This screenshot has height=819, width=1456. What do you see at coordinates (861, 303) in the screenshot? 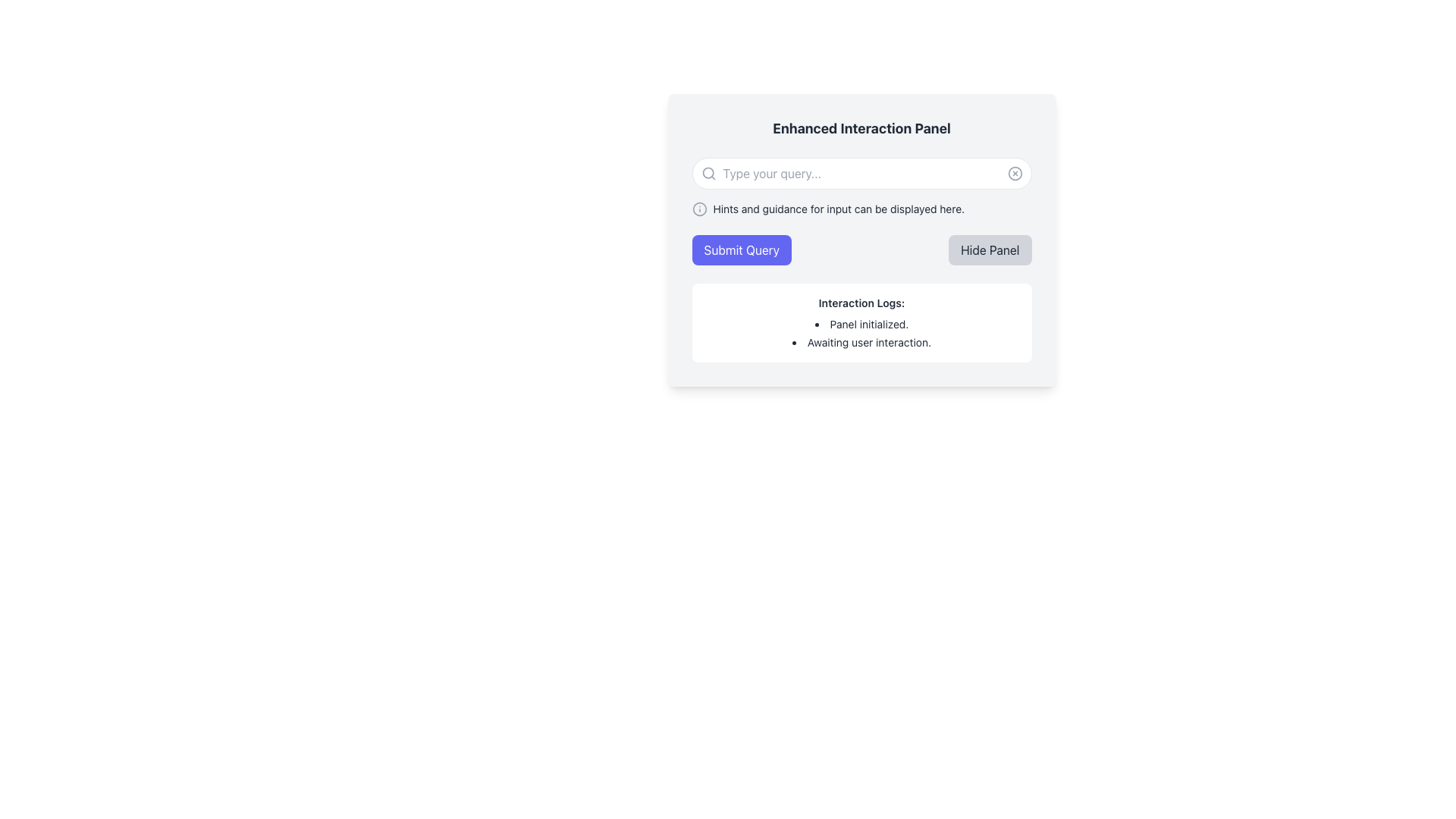
I see `text label that displays 'Interaction Logs:' which is bold and medium-sized, located inside a white panel near the bottom of the interface` at bounding box center [861, 303].